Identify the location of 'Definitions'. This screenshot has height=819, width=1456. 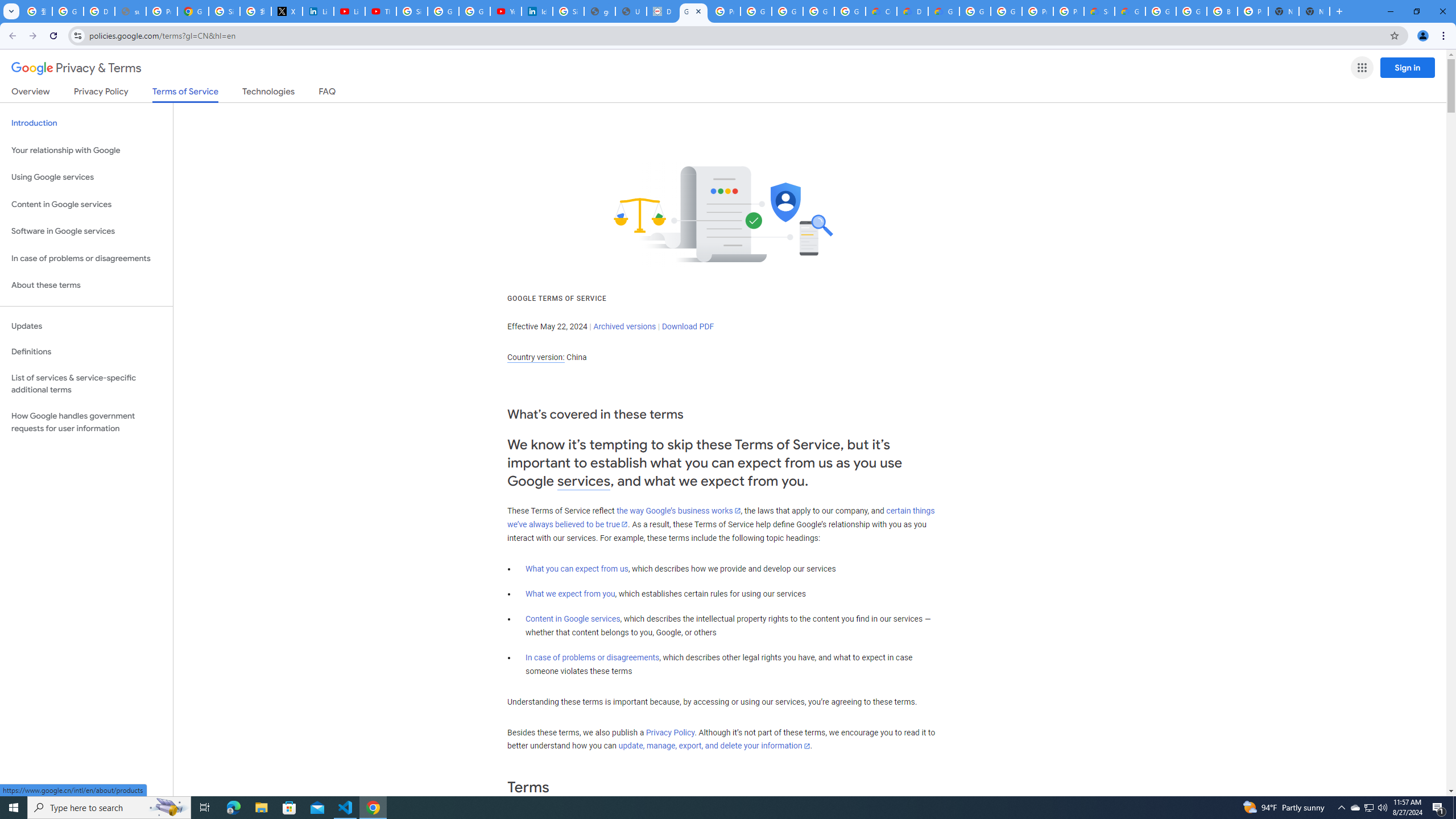
(86, 351).